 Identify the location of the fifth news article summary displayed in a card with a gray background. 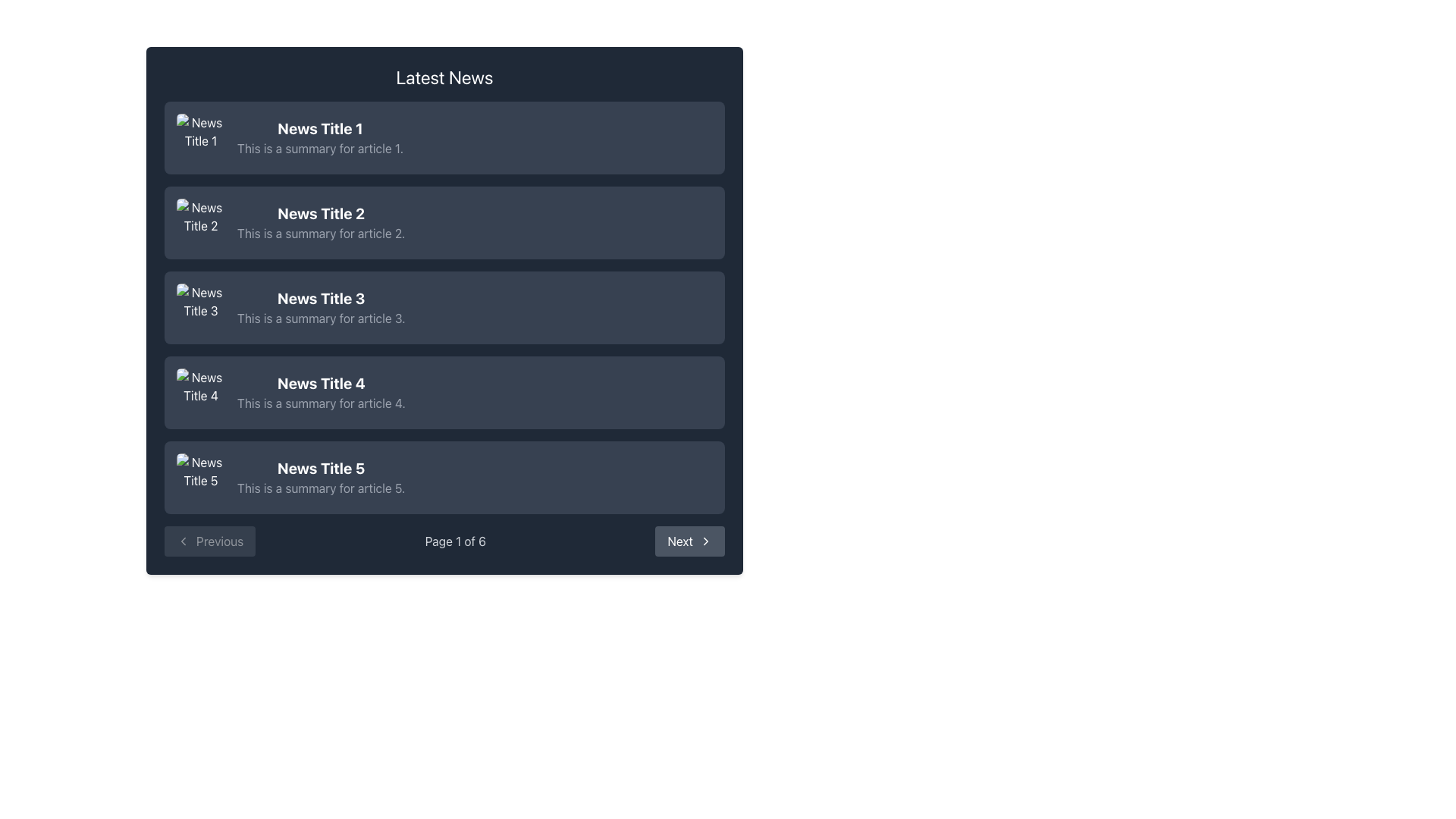
(320, 476).